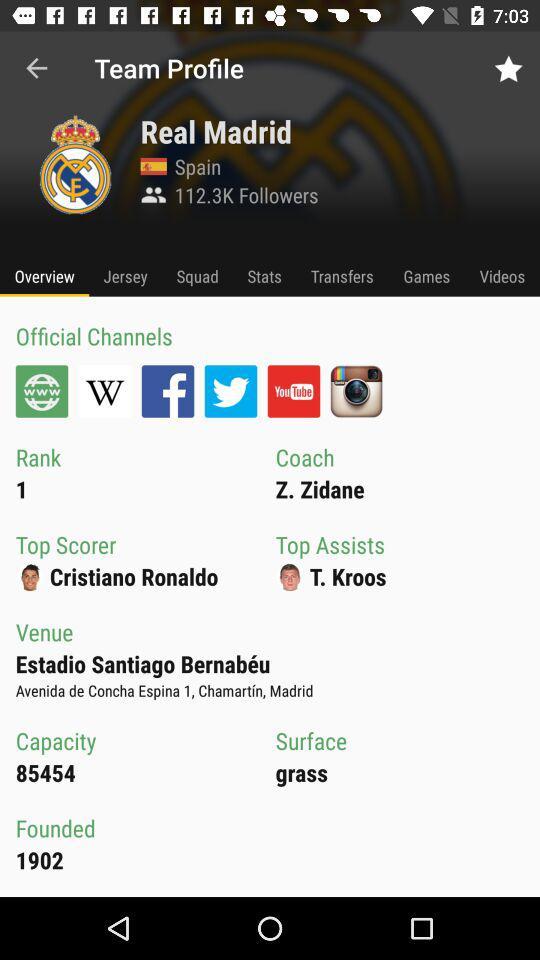 The width and height of the screenshot is (540, 960). I want to click on item next to the games icon, so click(501, 275).